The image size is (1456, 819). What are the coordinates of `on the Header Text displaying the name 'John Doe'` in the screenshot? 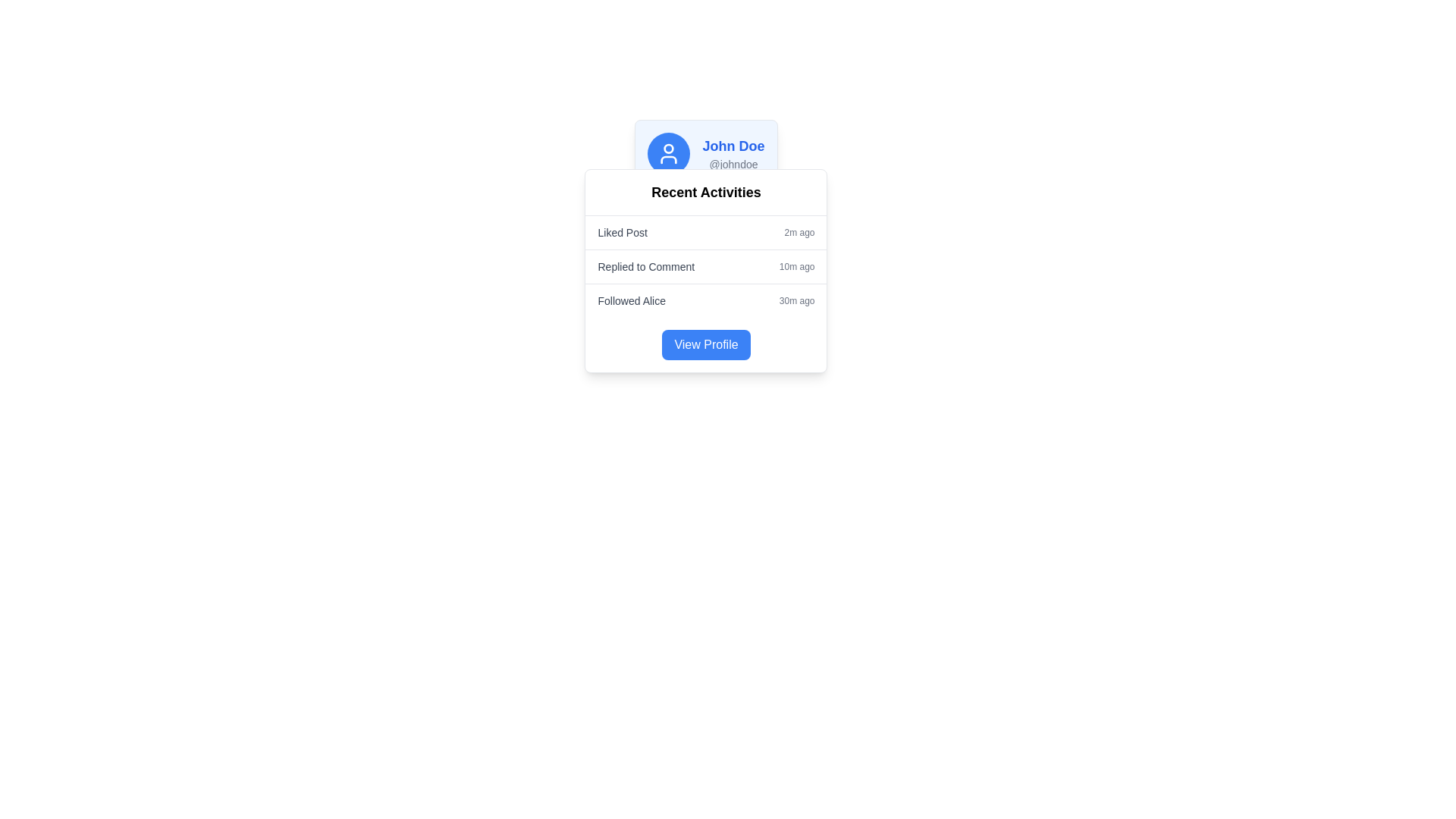 It's located at (733, 146).